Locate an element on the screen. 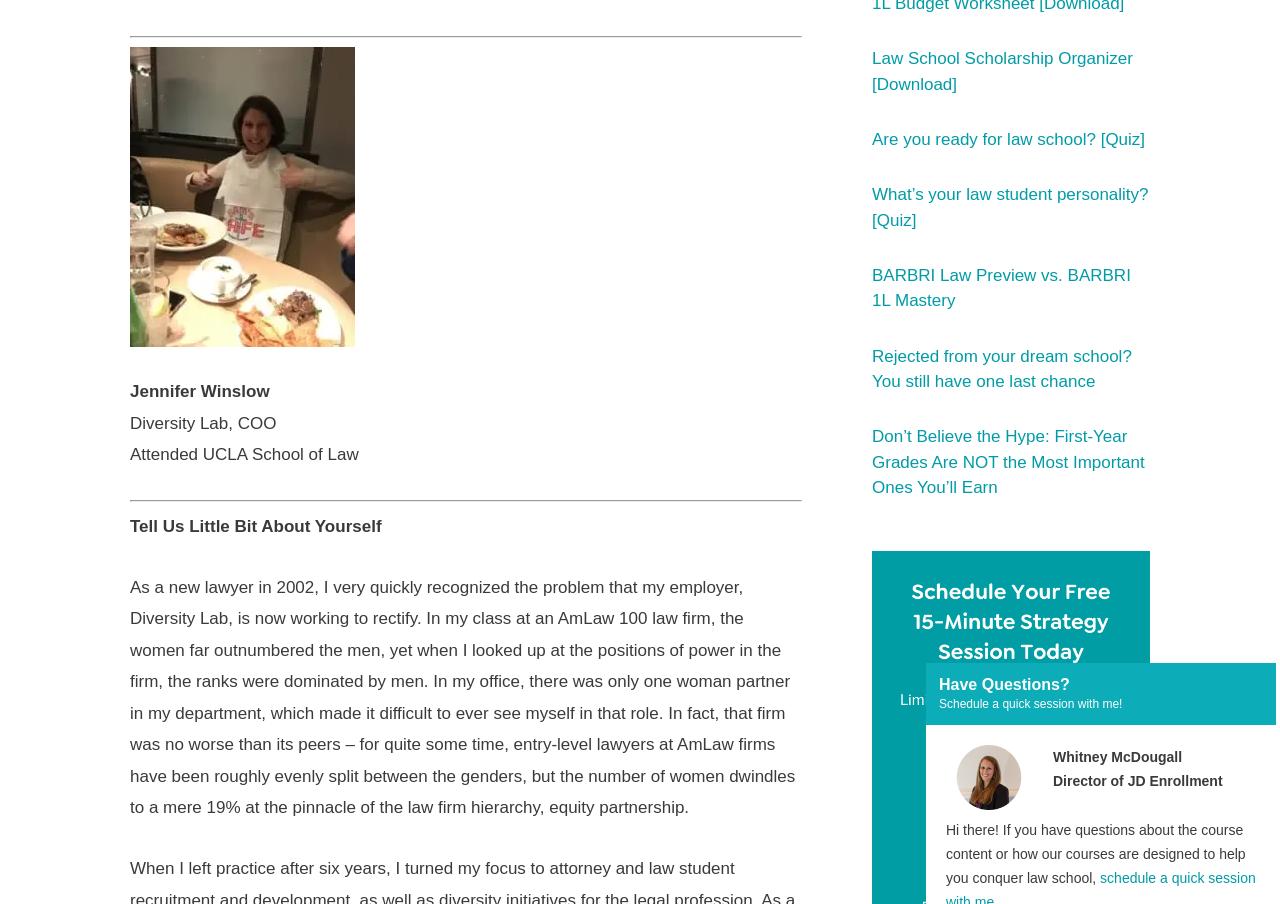 The height and width of the screenshot is (904, 1280). 'Law School Scholarship Organizer [Download]' is located at coordinates (872, 70).